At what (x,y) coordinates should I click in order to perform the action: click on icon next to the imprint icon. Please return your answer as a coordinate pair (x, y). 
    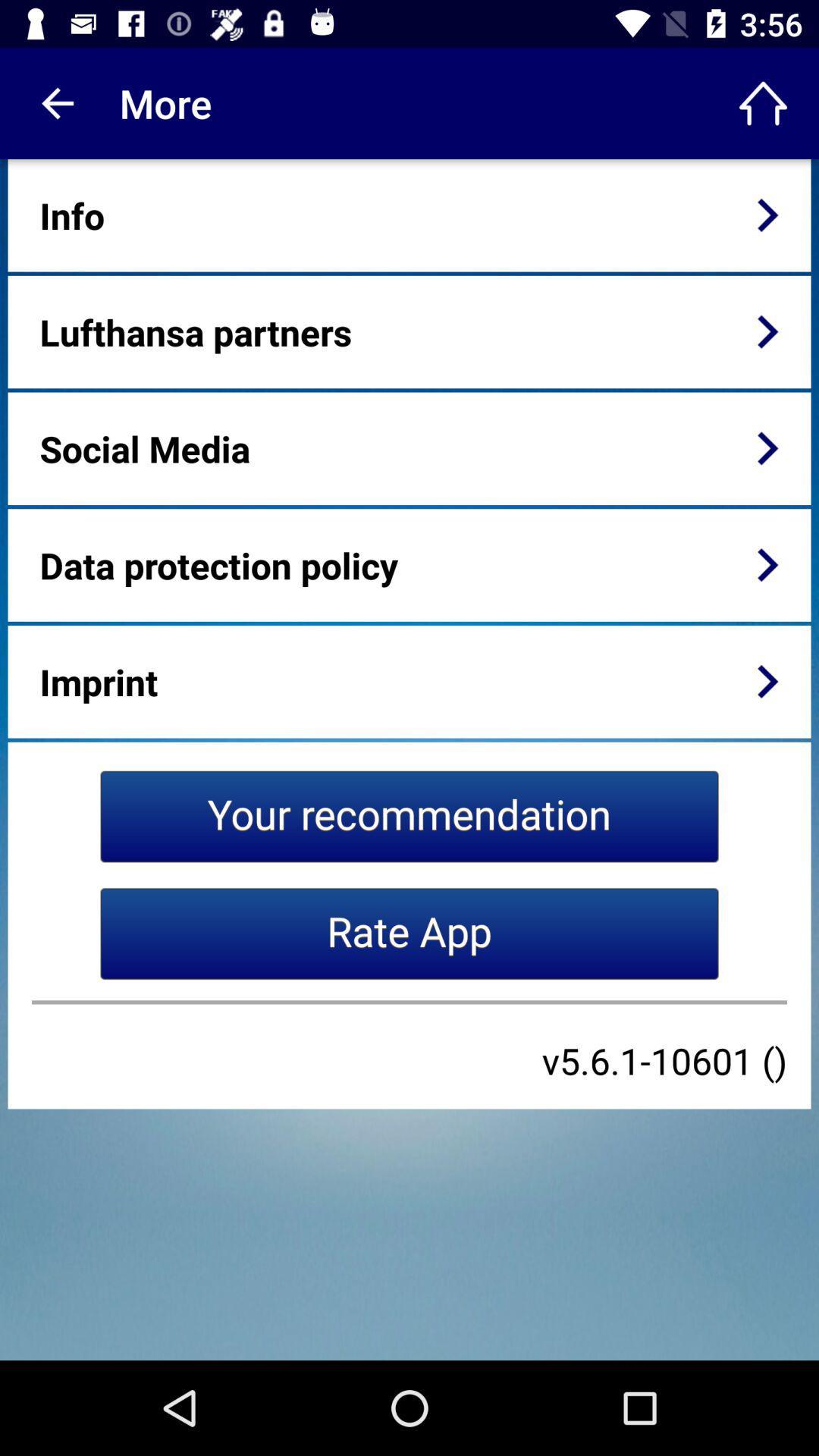
    Looking at the image, I should click on (767, 680).